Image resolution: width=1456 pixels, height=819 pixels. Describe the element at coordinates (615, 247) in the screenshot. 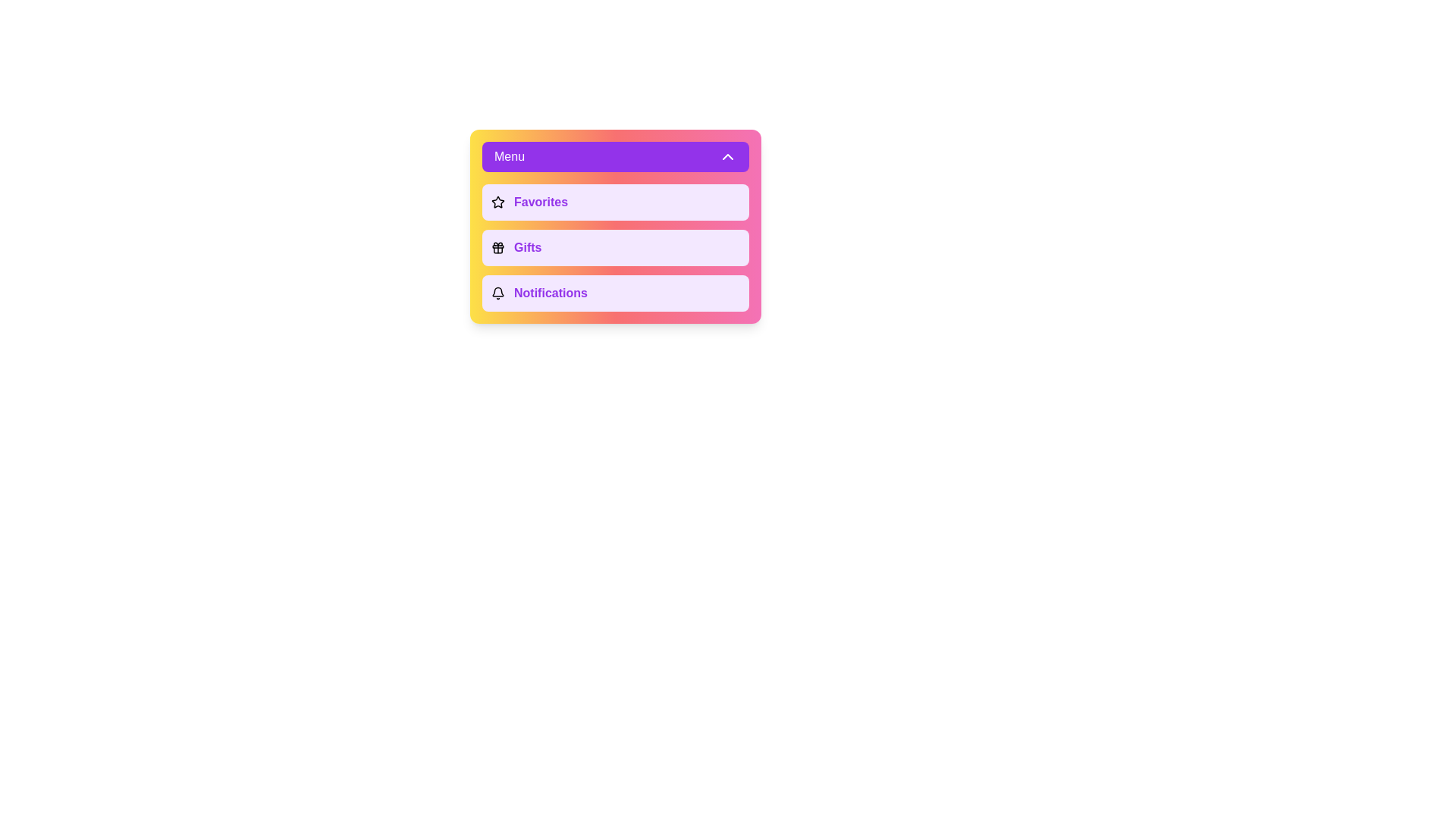

I see `the menu option Gifts to see its hover effect` at that location.